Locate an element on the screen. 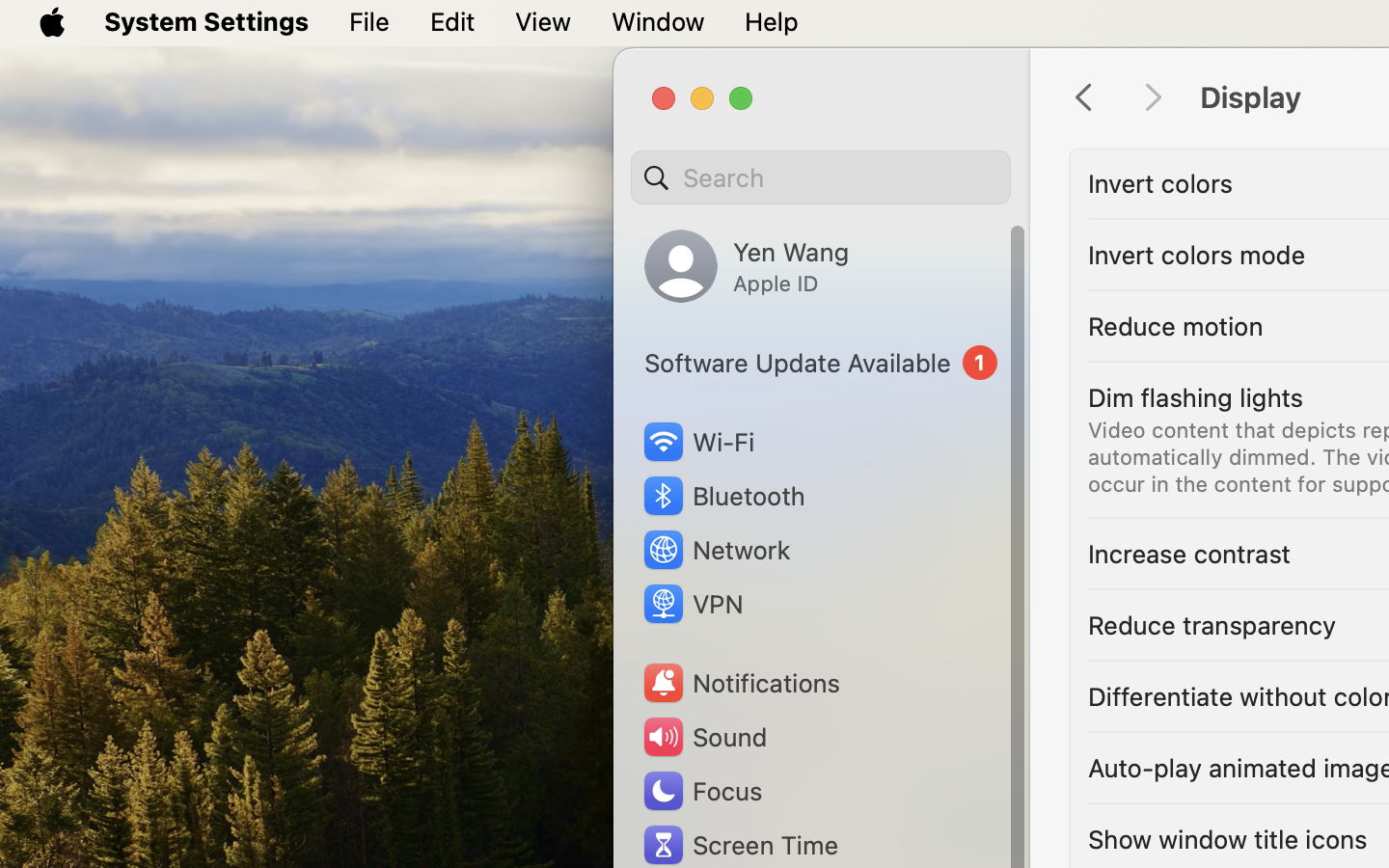 The width and height of the screenshot is (1389, 868). 'Wi‑Fi' is located at coordinates (696, 441).